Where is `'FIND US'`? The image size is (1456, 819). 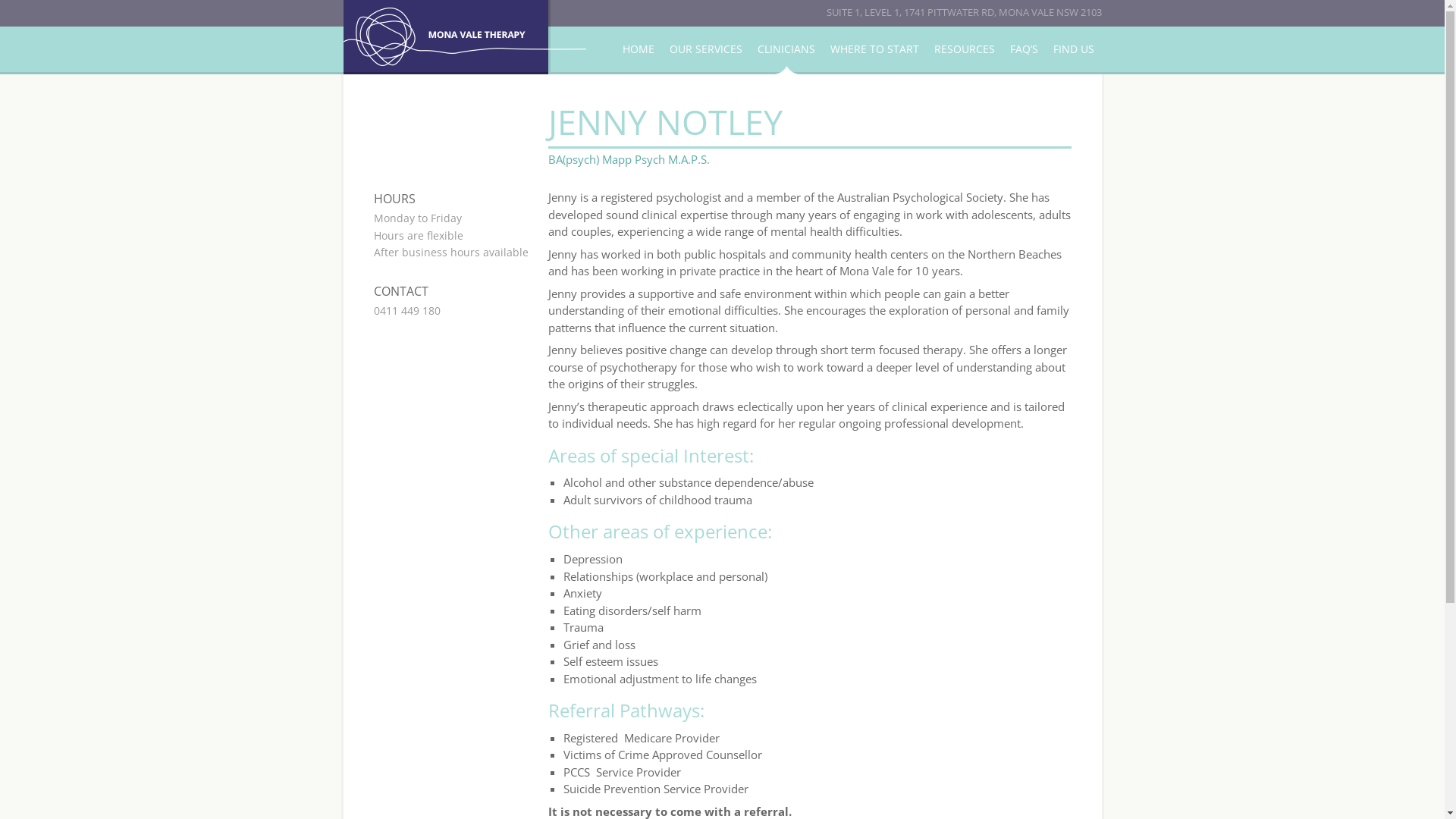 'FIND US' is located at coordinates (1072, 49).